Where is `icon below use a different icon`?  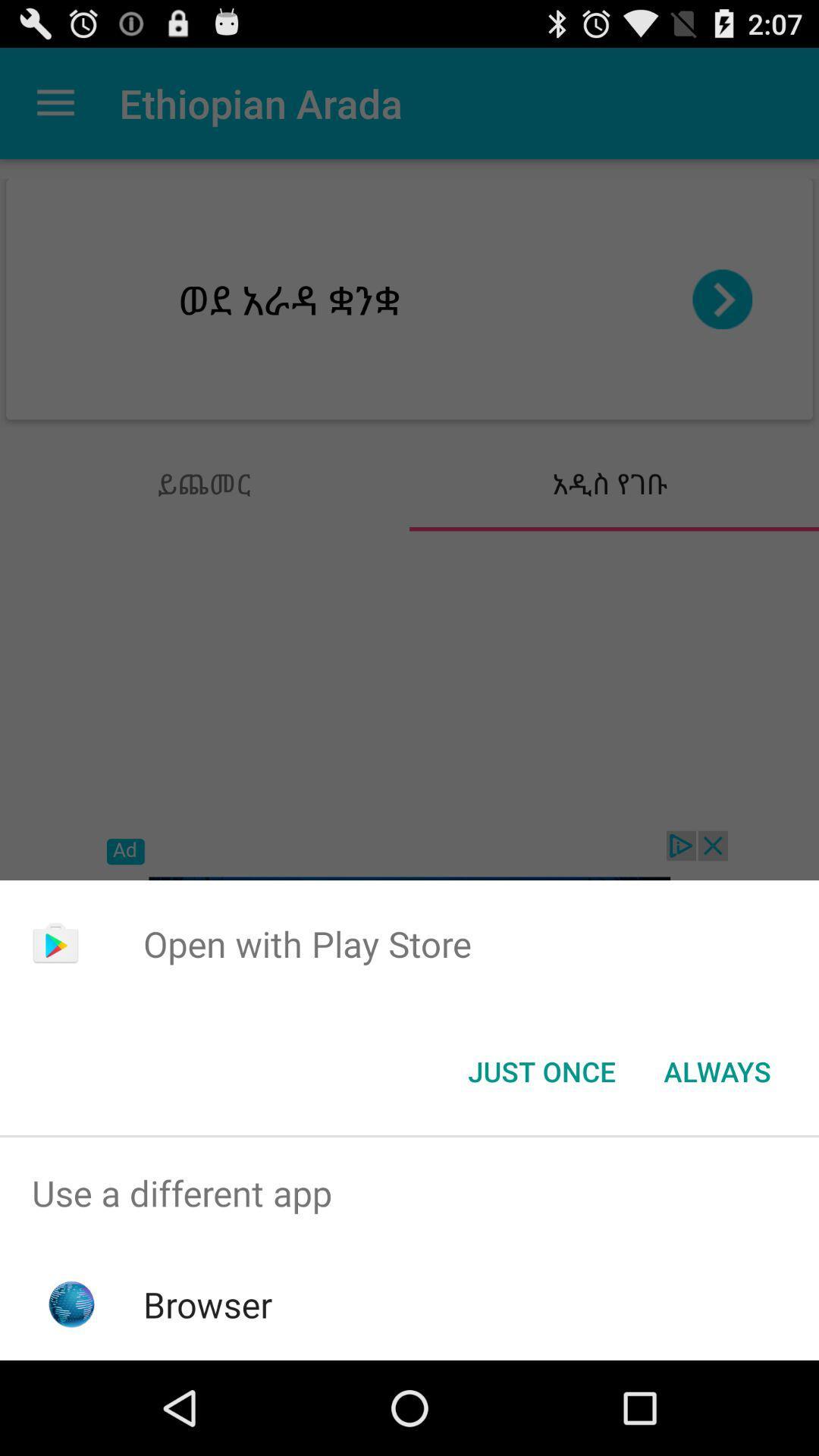
icon below use a different icon is located at coordinates (208, 1304).